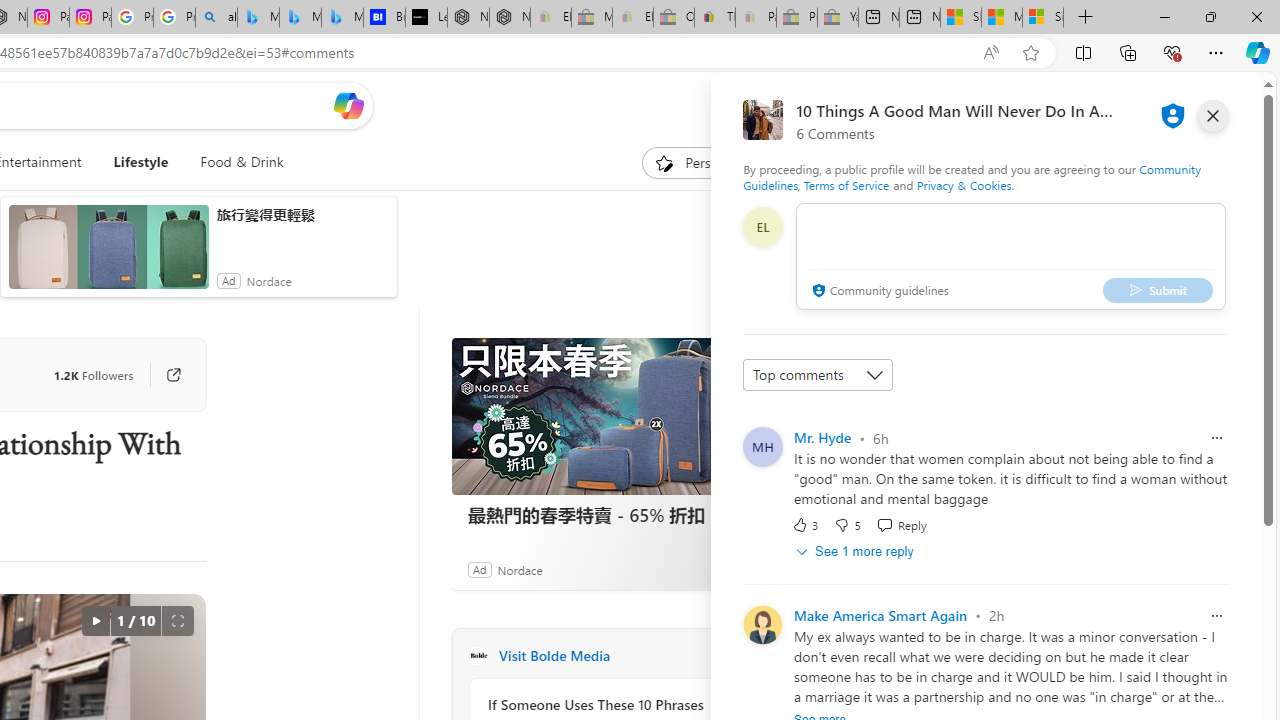  I want to click on 'Threats and offensive language policy | eBay', so click(714, 17).